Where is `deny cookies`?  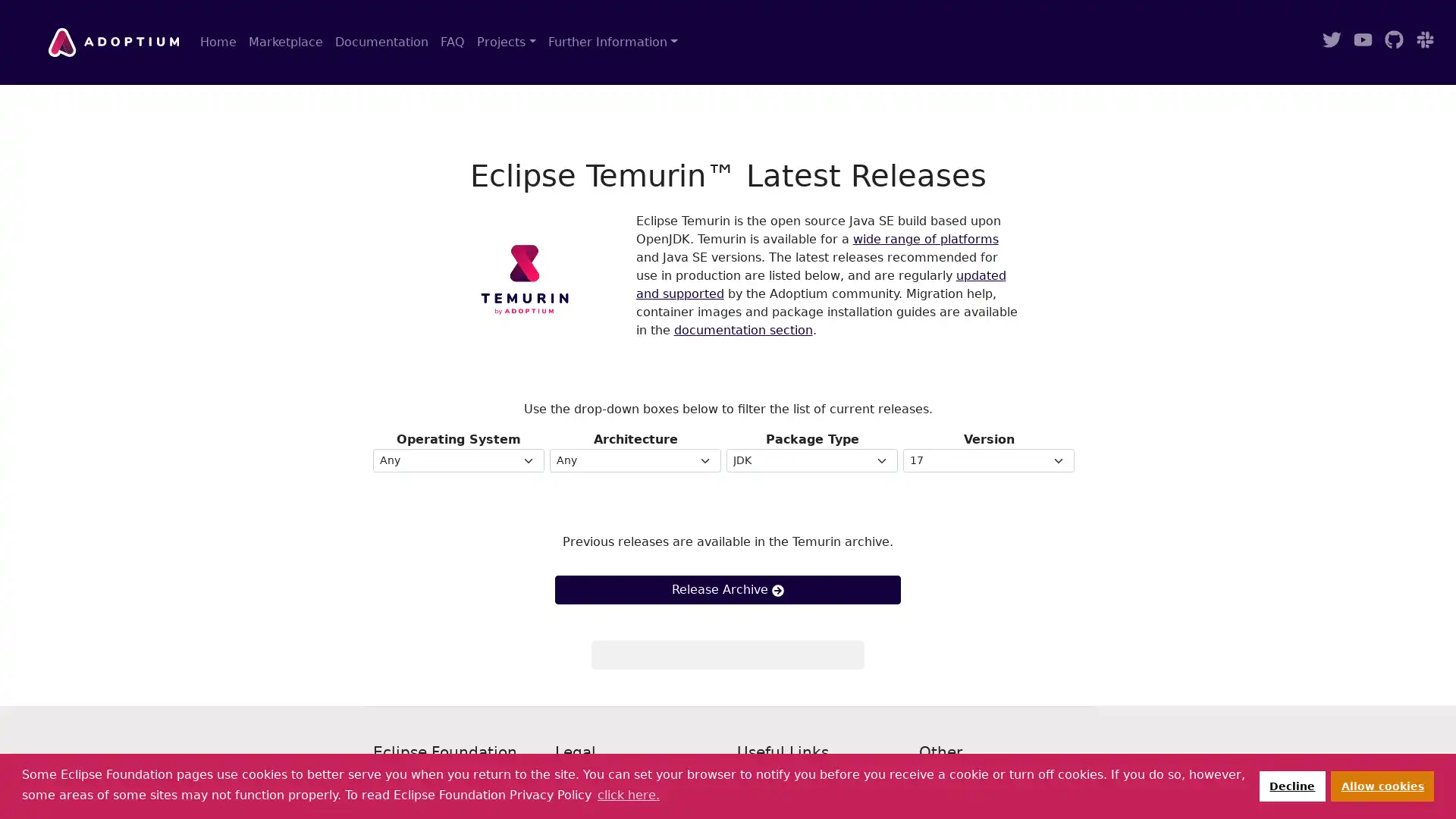 deny cookies is located at coordinates (1291, 785).